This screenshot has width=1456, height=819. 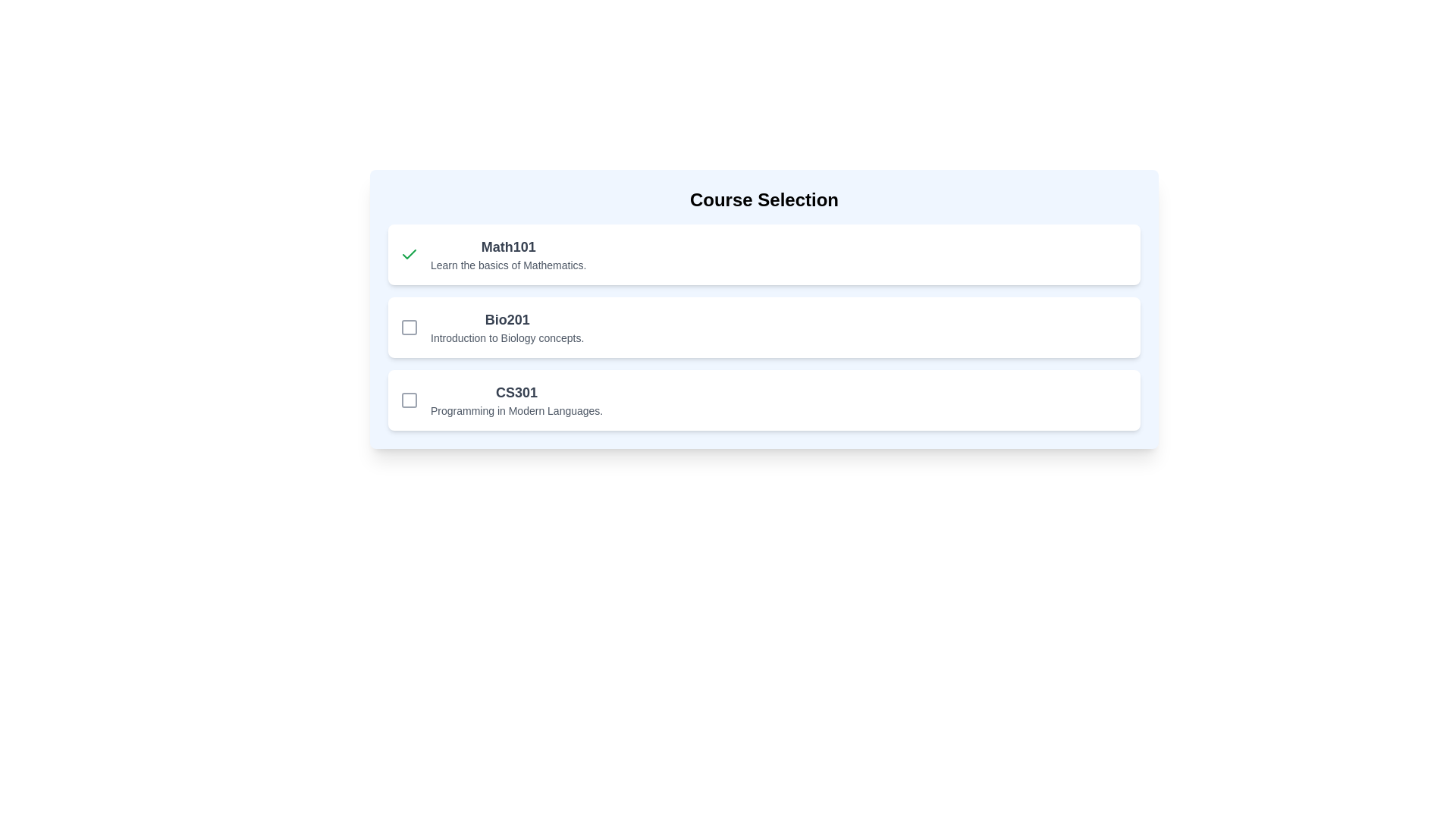 I want to click on the green checkmark icon located inside the checkbox to the left of the 'Math101' course name, so click(x=409, y=253).